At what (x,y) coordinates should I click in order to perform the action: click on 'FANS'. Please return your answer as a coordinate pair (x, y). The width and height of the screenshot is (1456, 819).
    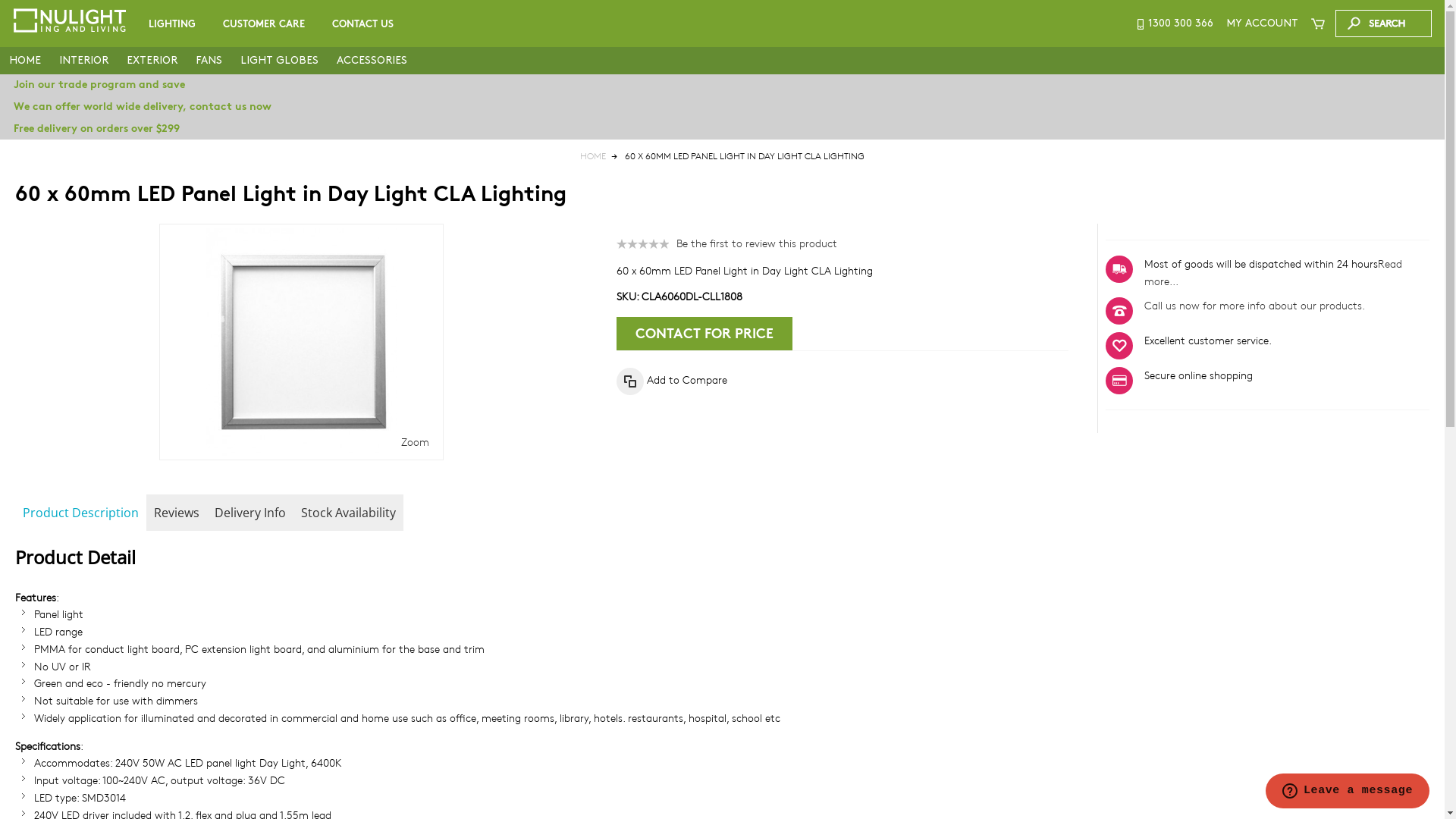
    Looking at the image, I should click on (185, 60).